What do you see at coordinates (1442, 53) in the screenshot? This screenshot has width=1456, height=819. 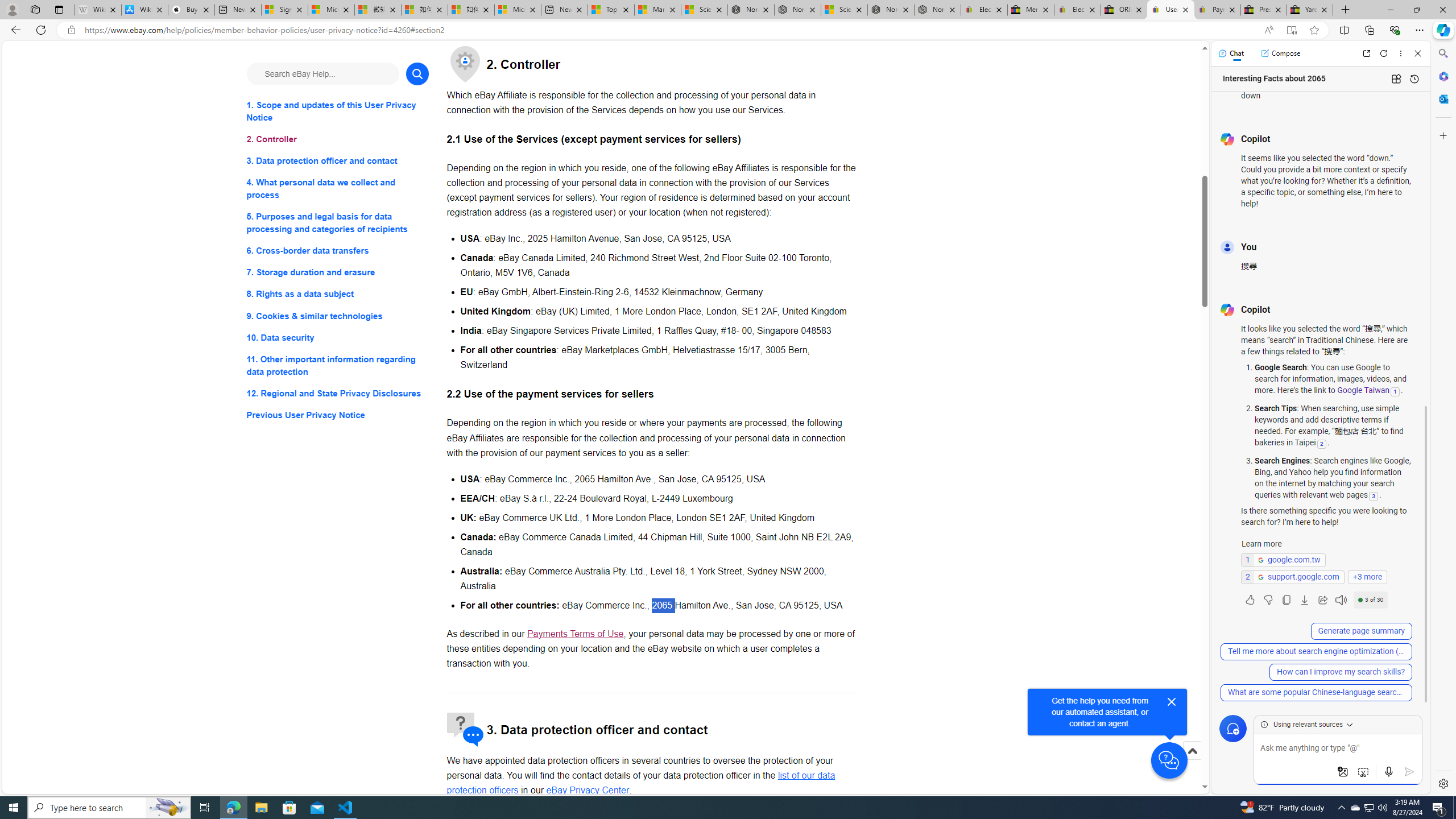 I see `'Search'` at bounding box center [1442, 53].